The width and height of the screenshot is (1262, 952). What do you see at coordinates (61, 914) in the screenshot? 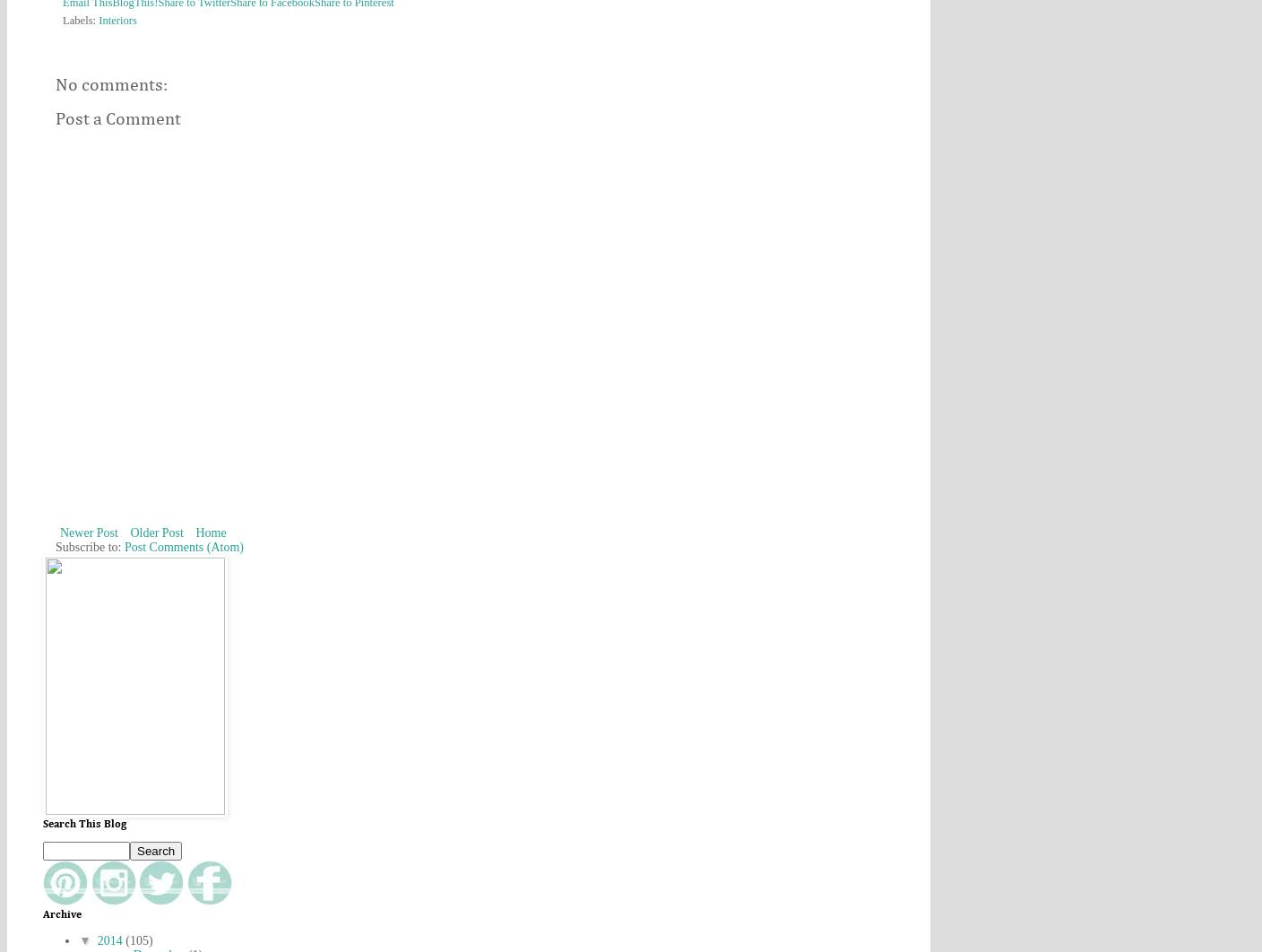
I see `'Archive'` at bounding box center [61, 914].